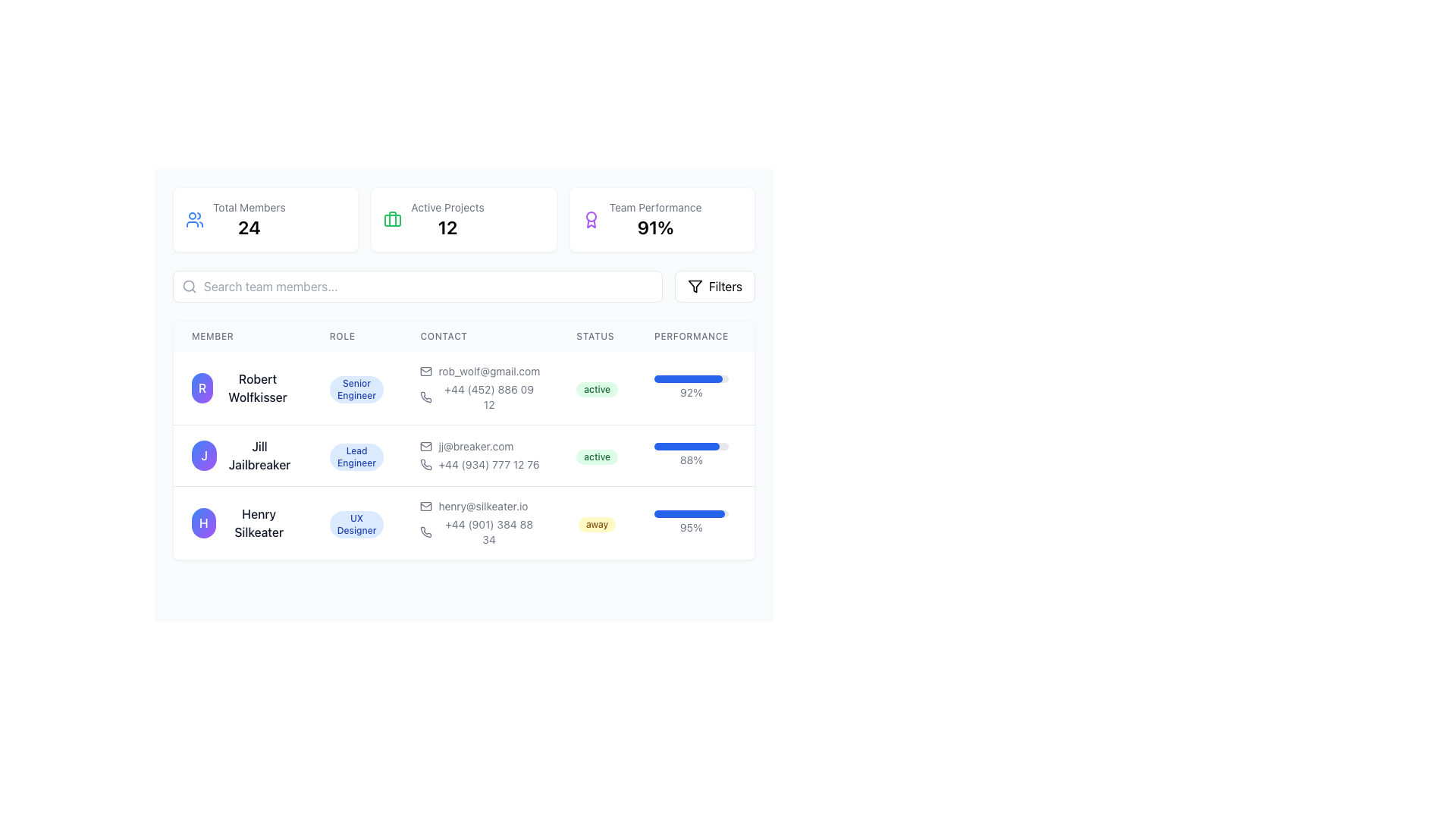 This screenshot has height=819, width=1456. Describe the element at coordinates (356, 388) in the screenshot. I see `the label styled as a badge with a light blue background and bold text reading 'Senior Engineer', located in the 'ROLE' column adjacent to the 'Robert Wolfkisser' row` at that location.